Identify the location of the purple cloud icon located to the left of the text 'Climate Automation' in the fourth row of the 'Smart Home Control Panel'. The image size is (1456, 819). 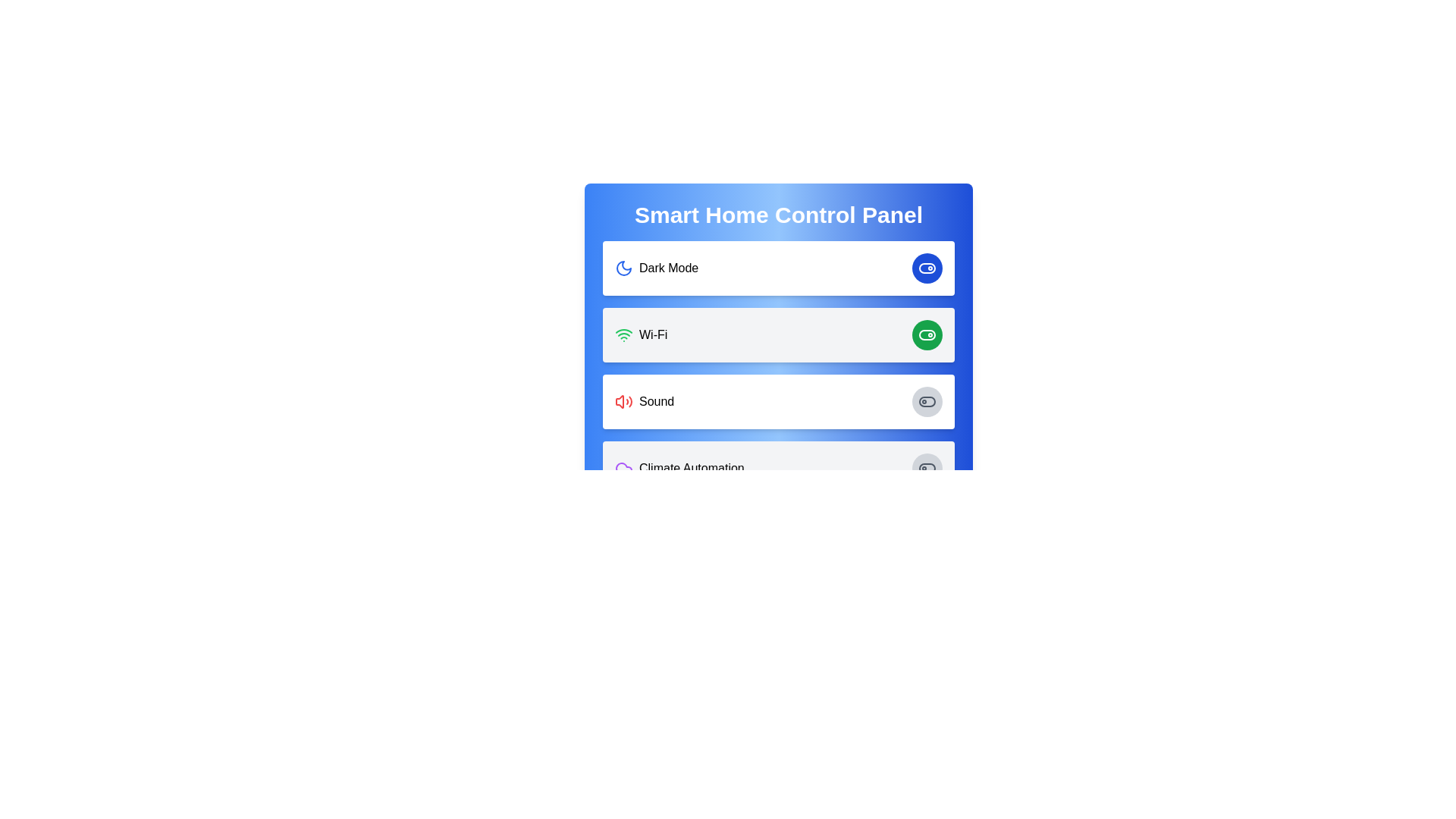
(623, 467).